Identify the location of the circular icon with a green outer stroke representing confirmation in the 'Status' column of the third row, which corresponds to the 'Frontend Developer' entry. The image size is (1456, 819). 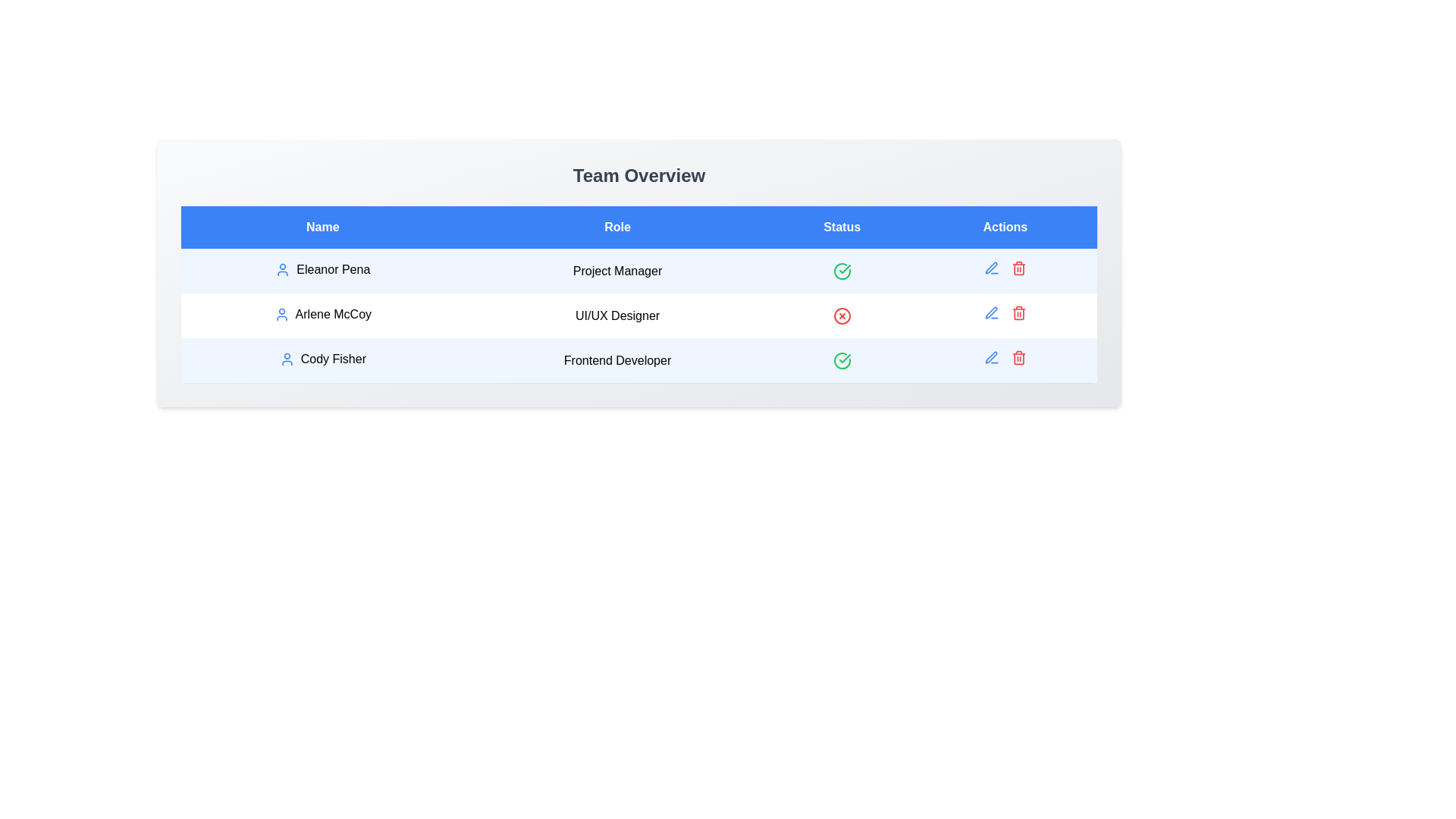
(841, 270).